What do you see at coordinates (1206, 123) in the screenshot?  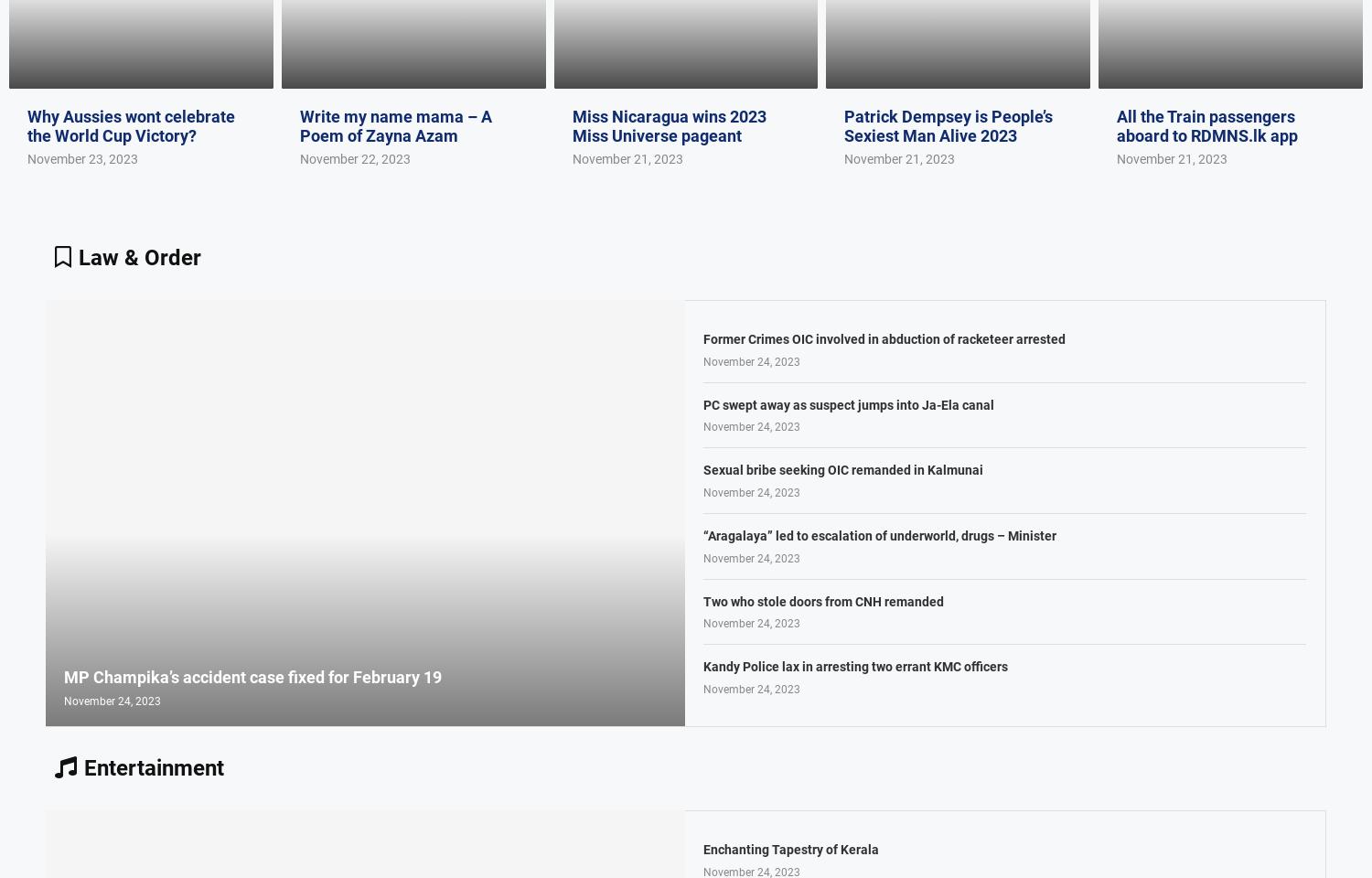 I see `'All the Train passengers aboard to RDMNS.lk app'` at bounding box center [1206, 123].